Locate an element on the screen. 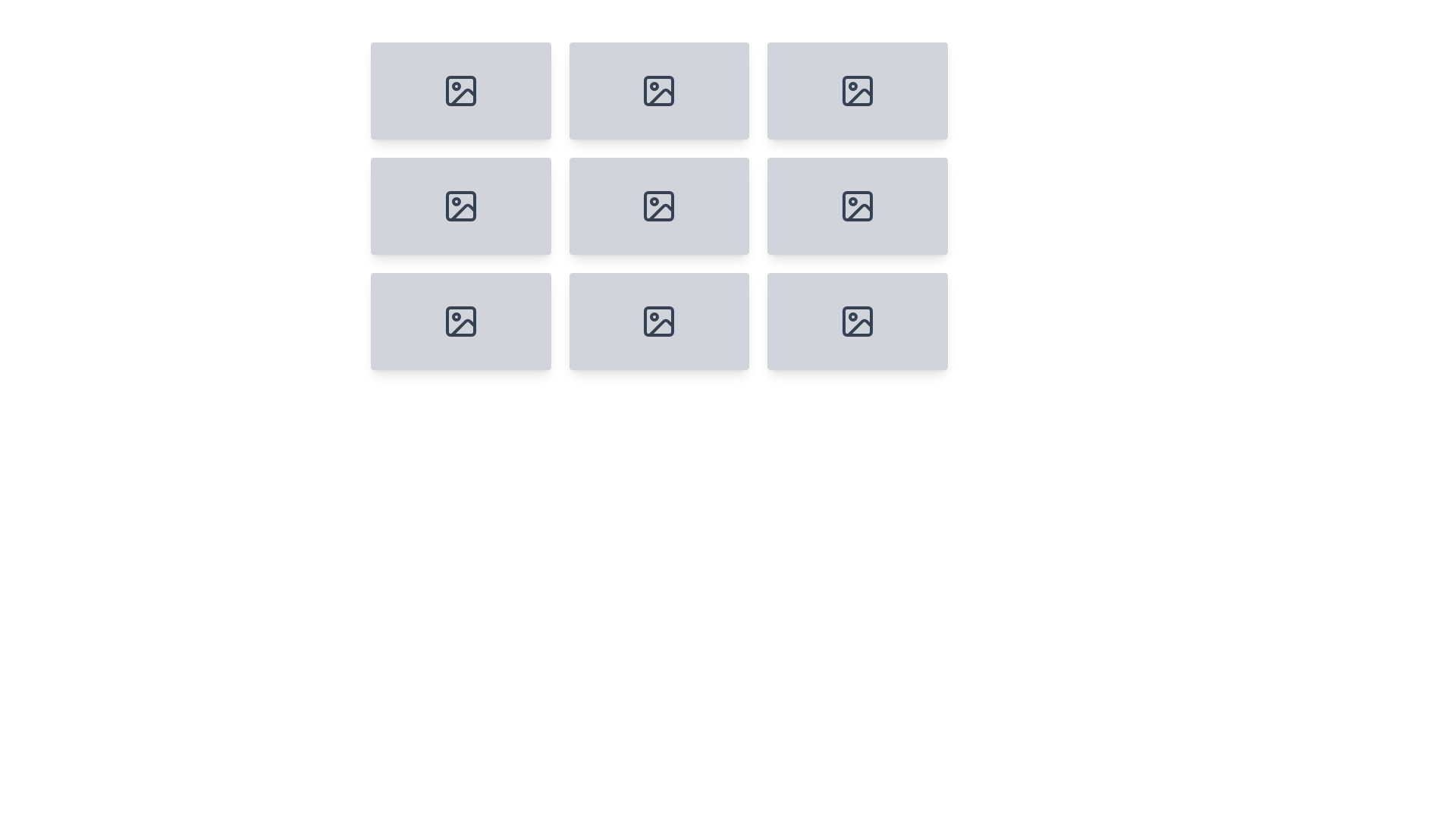 Image resolution: width=1456 pixels, height=819 pixels. the tooltip-like overlay that provides descriptive information about the associated image in the second tile of the first row is located at coordinates (659, 107).